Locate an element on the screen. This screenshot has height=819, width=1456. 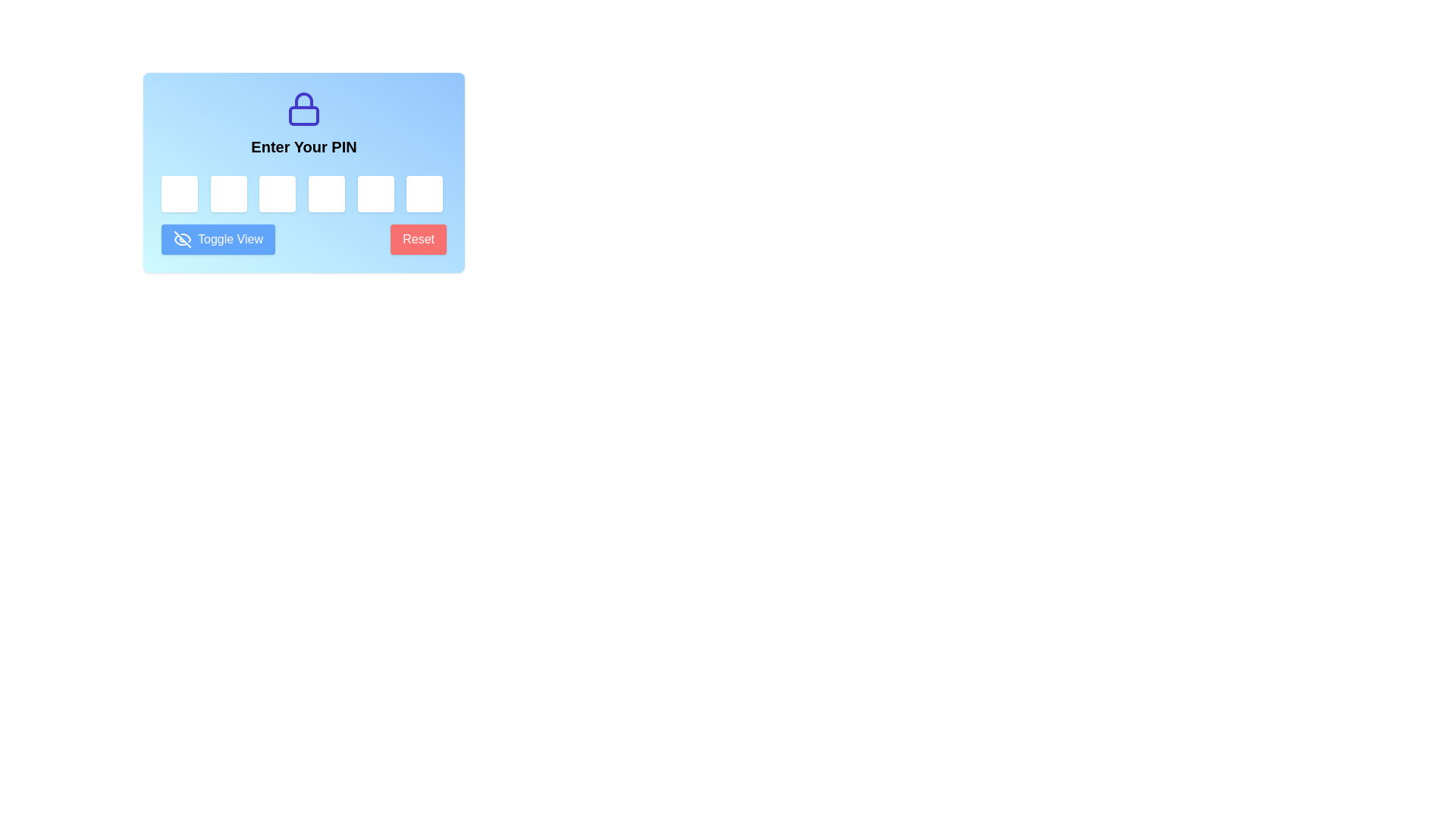
the 'Toggle View' button with a blue background and an eye icon to trigger hover effects is located at coordinates (218, 239).